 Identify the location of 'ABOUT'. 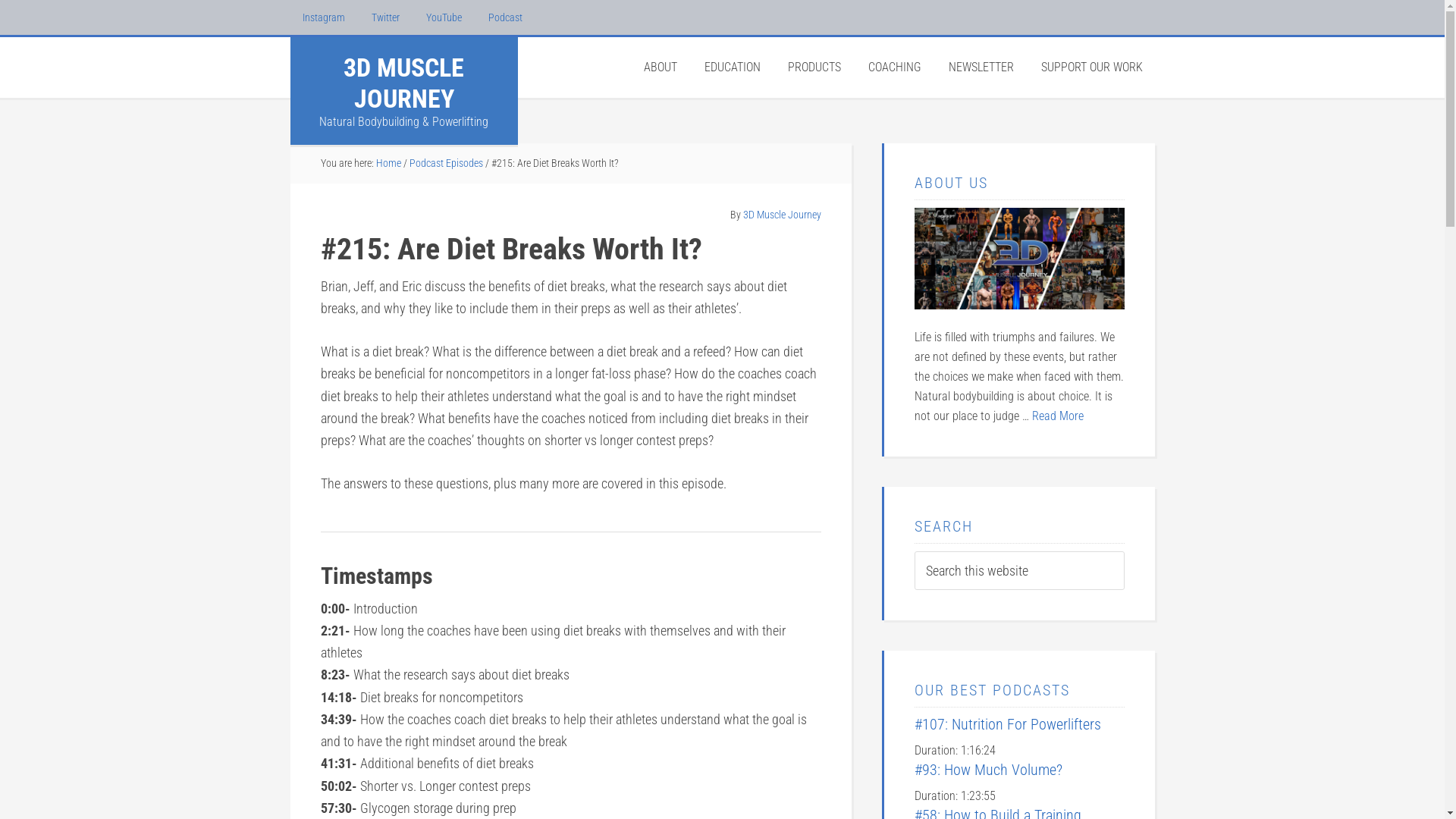
(659, 66).